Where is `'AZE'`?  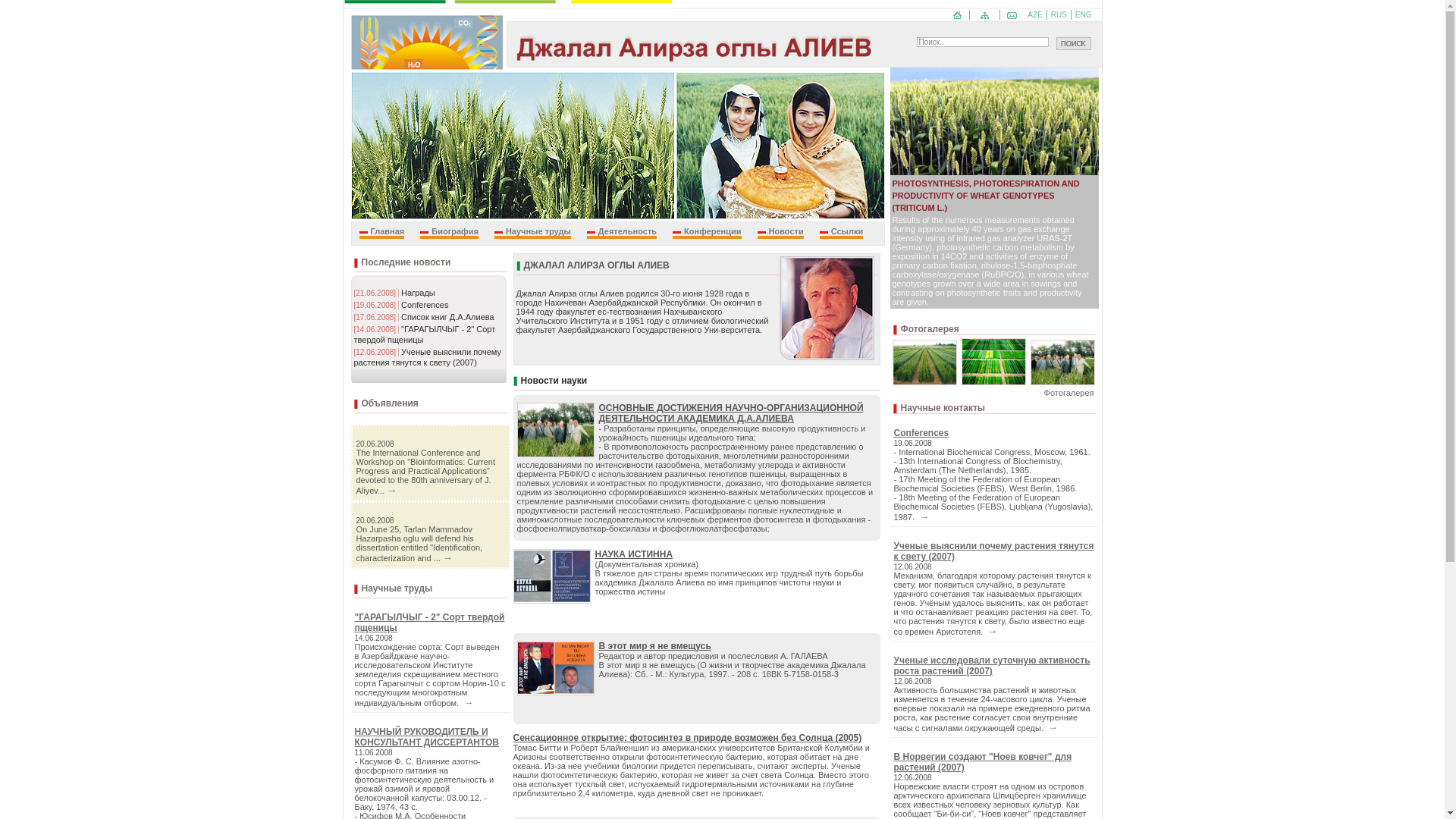 'AZE' is located at coordinates (1036, 14).